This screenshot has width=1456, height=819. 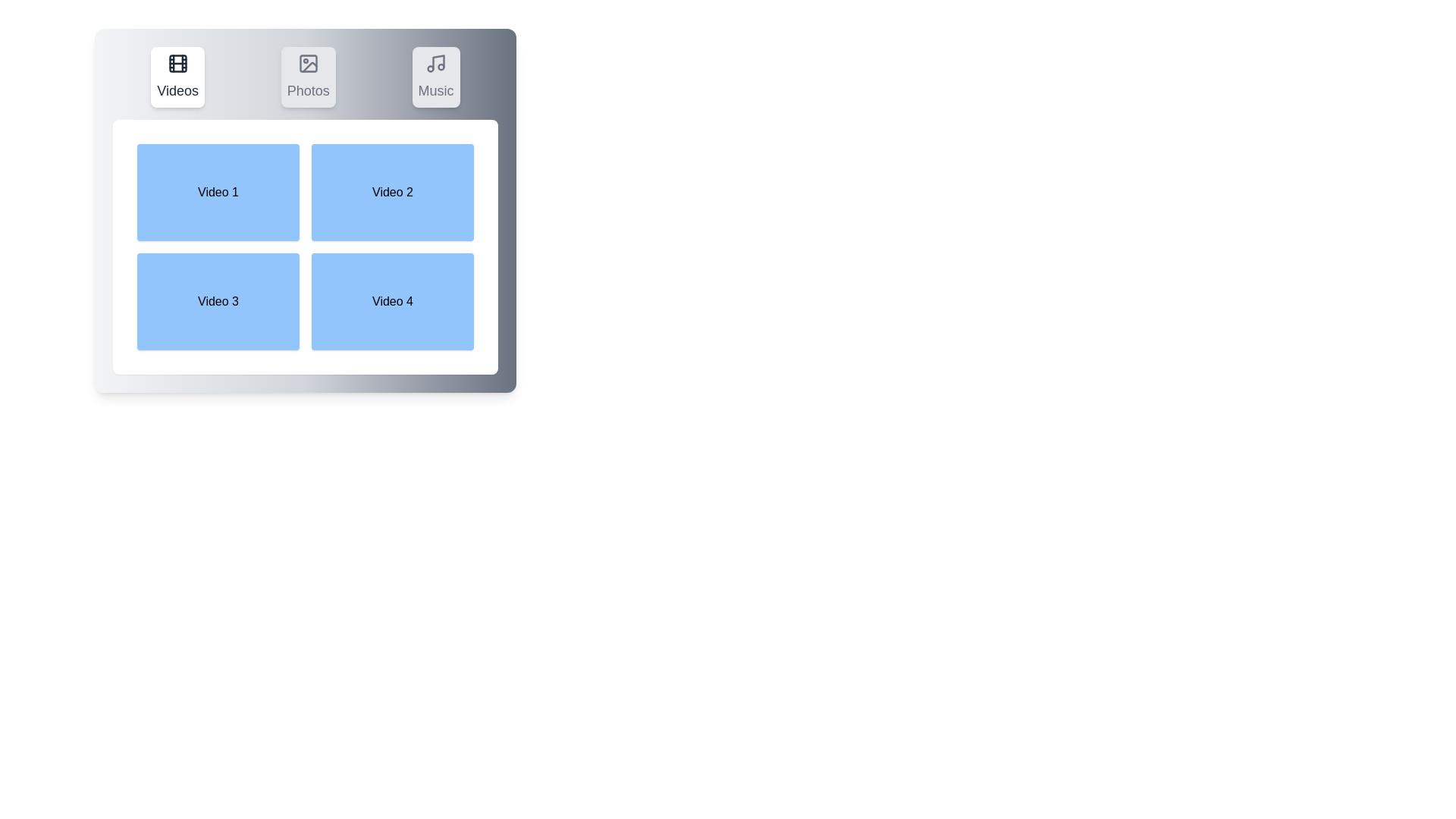 What do you see at coordinates (177, 77) in the screenshot?
I see `the Videos tab to switch to the corresponding section` at bounding box center [177, 77].